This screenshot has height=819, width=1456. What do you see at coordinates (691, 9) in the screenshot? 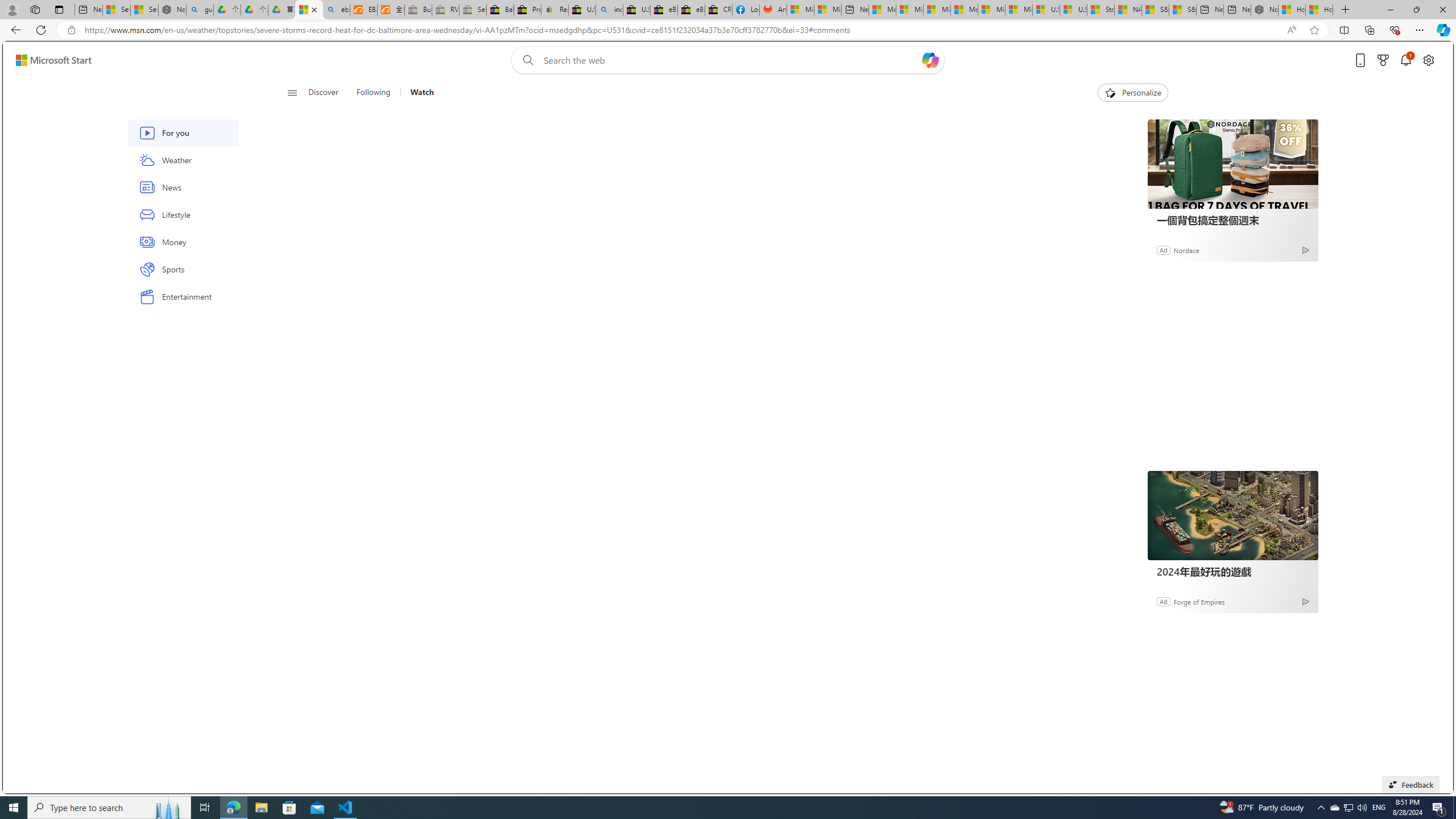
I see `'eBay Inc. Reports Third Quarter 2023 Results'` at bounding box center [691, 9].